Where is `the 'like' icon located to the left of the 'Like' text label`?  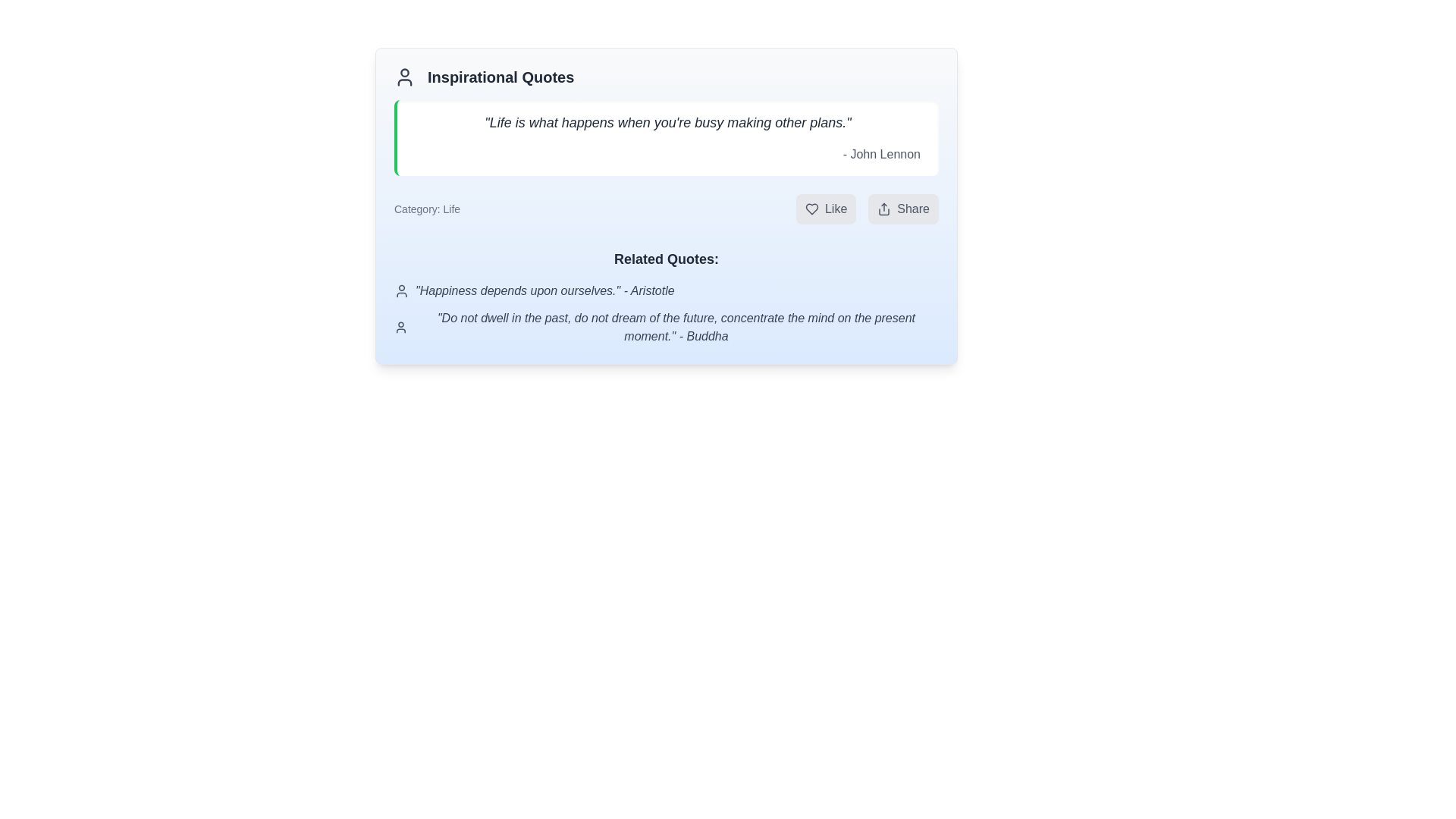 the 'like' icon located to the left of the 'Like' text label is located at coordinates (811, 209).